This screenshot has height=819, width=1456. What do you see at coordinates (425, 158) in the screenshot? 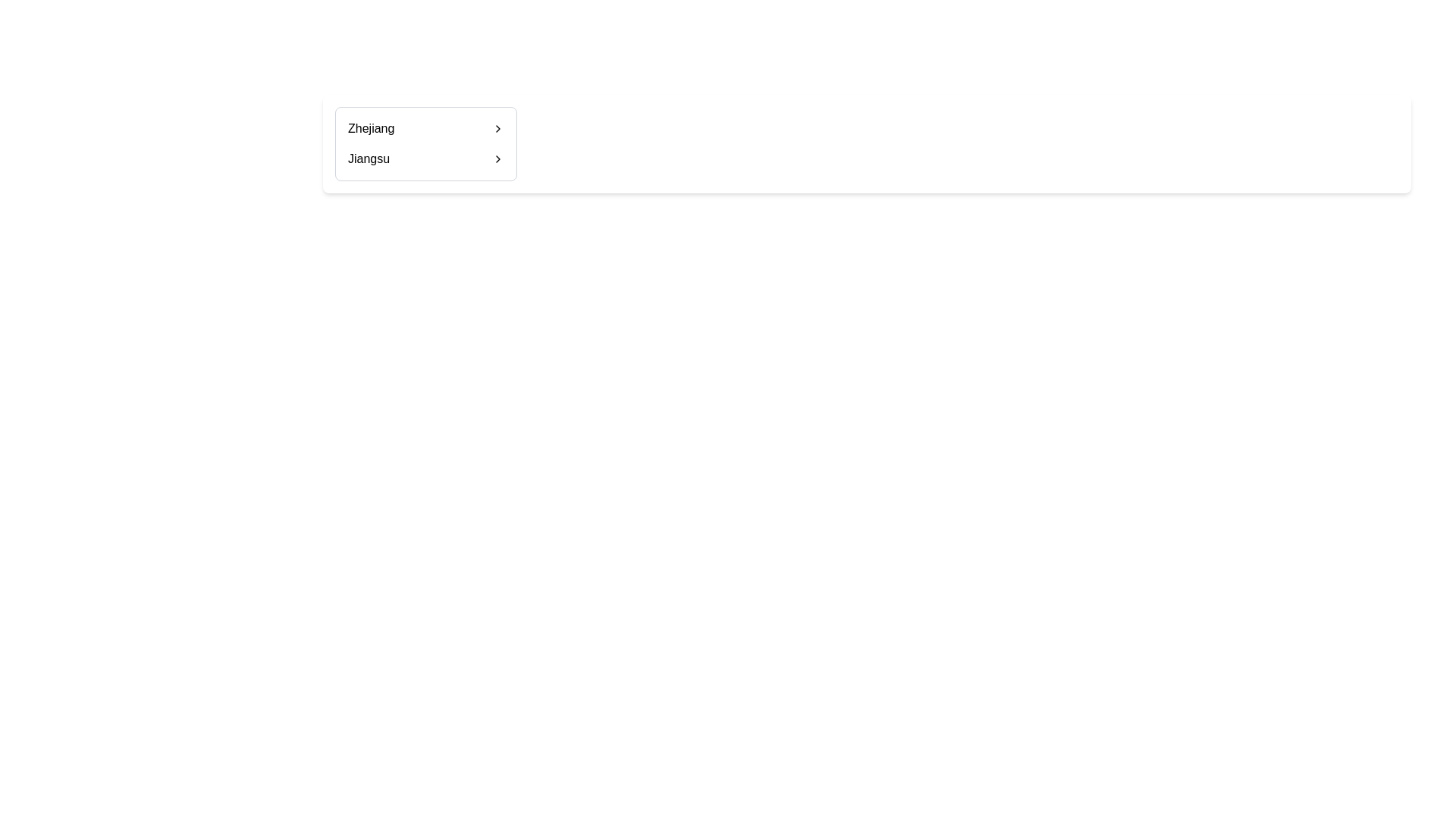
I see `the second list item labeled 'Jiangsu'` at bounding box center [425, 158].